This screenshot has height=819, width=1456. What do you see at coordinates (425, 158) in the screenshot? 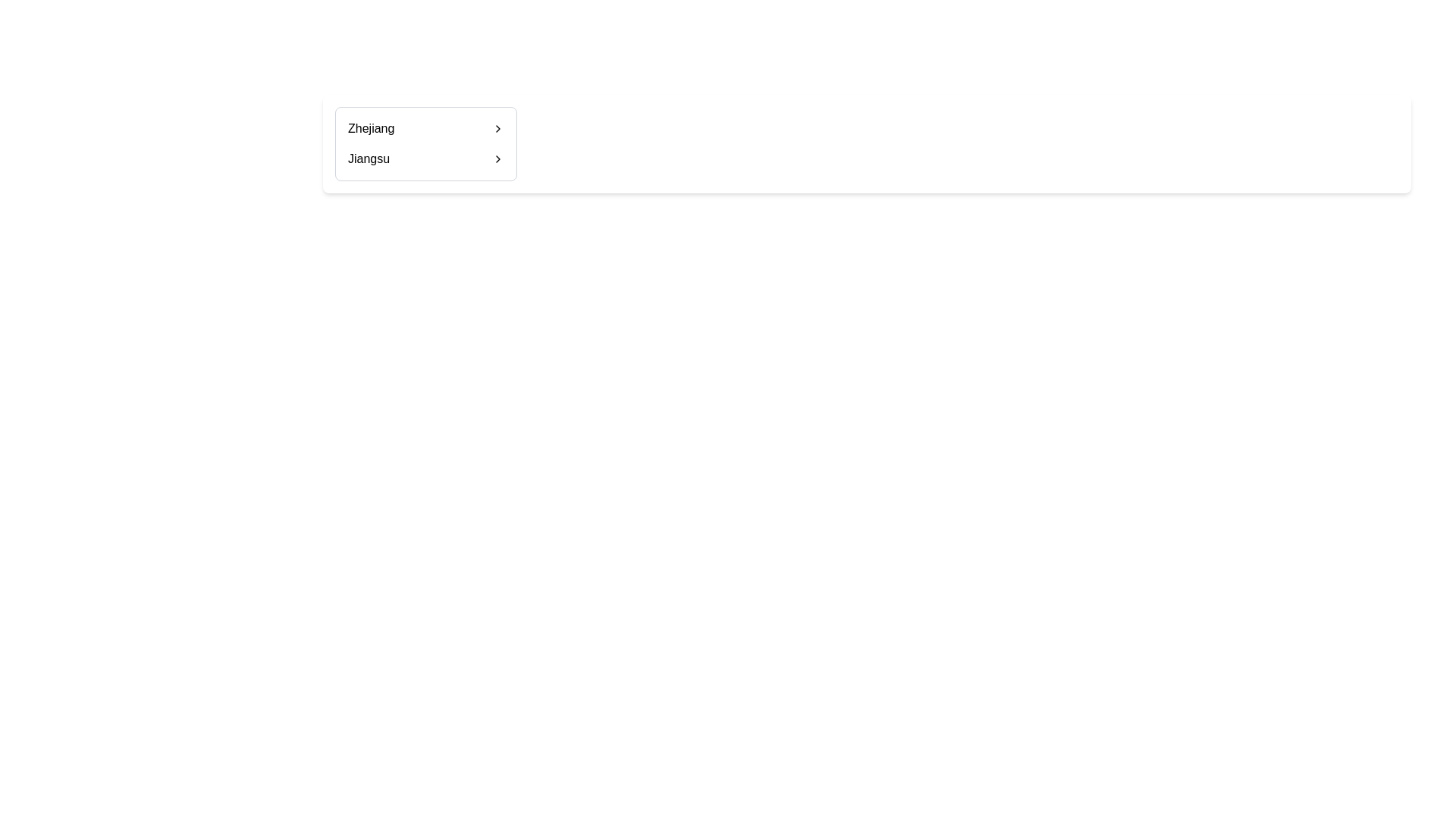
I see `the second list item labeled 'Jiangsu'` at bounding box center [425, 158].